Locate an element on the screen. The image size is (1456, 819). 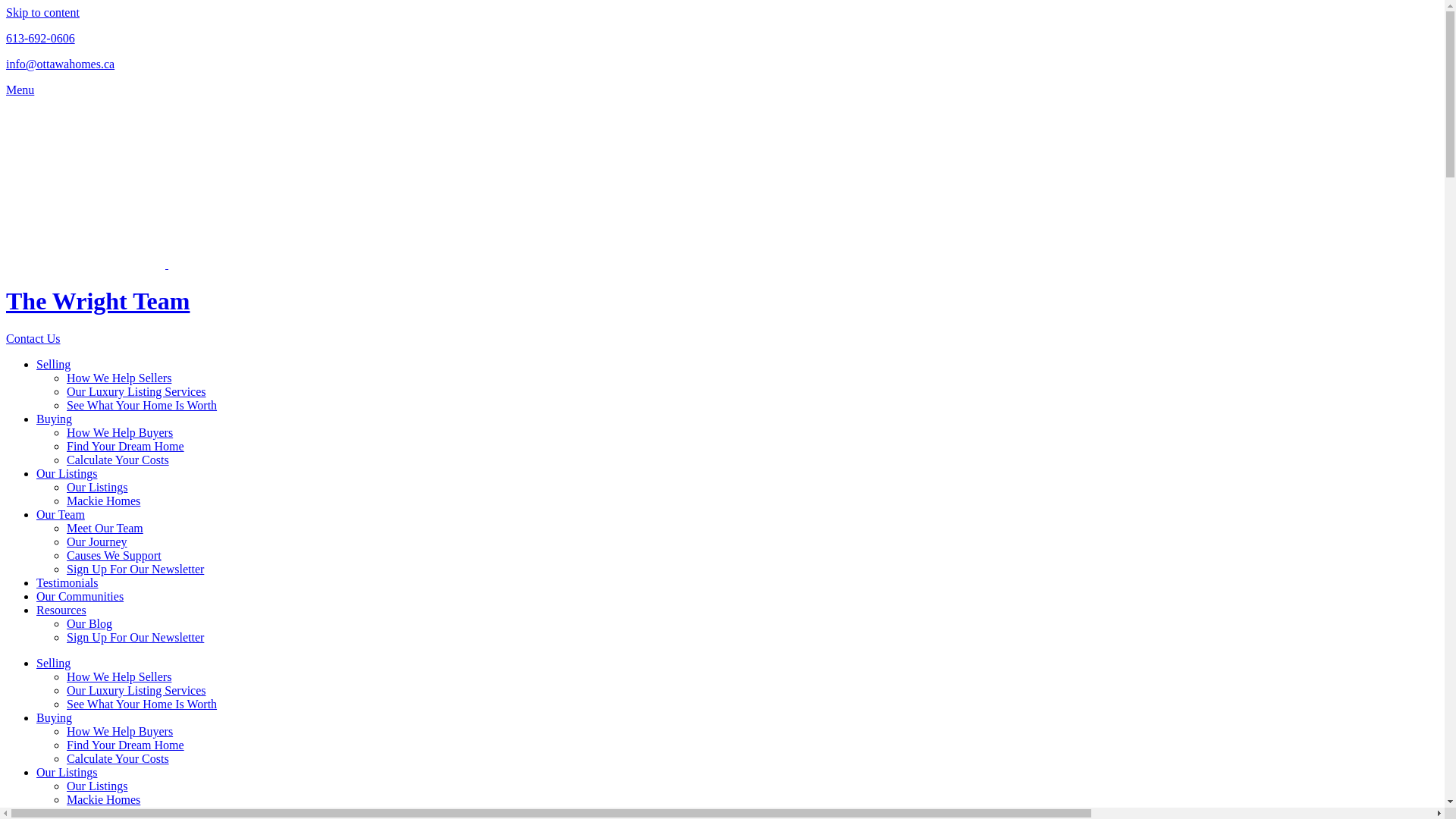
'Contact Us' is located at coordinates (33, 337).